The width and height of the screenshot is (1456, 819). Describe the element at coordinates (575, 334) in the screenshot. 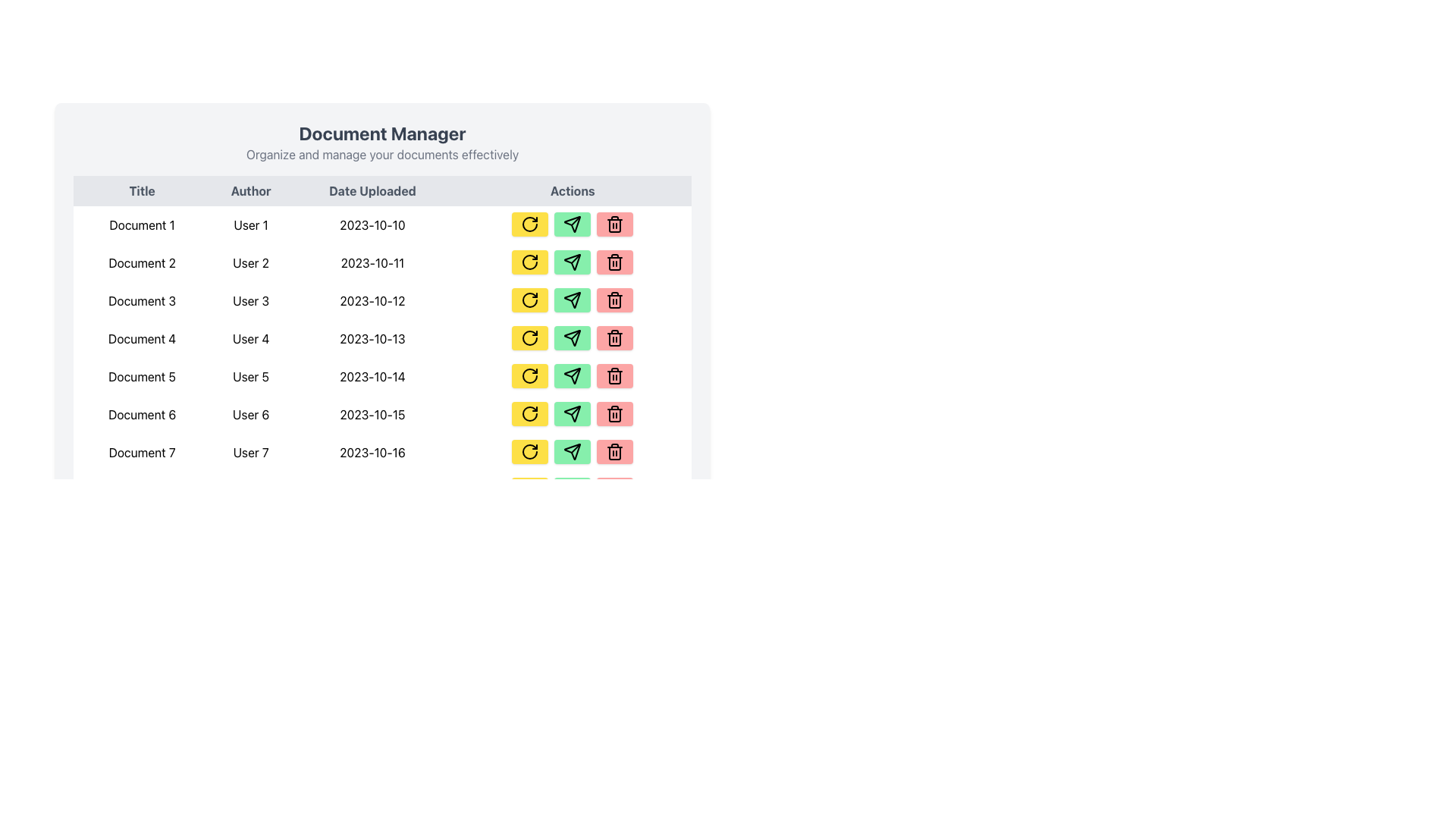

I see `the send icon located in the Actions column of the fourth row corresponding to Document 4` at that location.